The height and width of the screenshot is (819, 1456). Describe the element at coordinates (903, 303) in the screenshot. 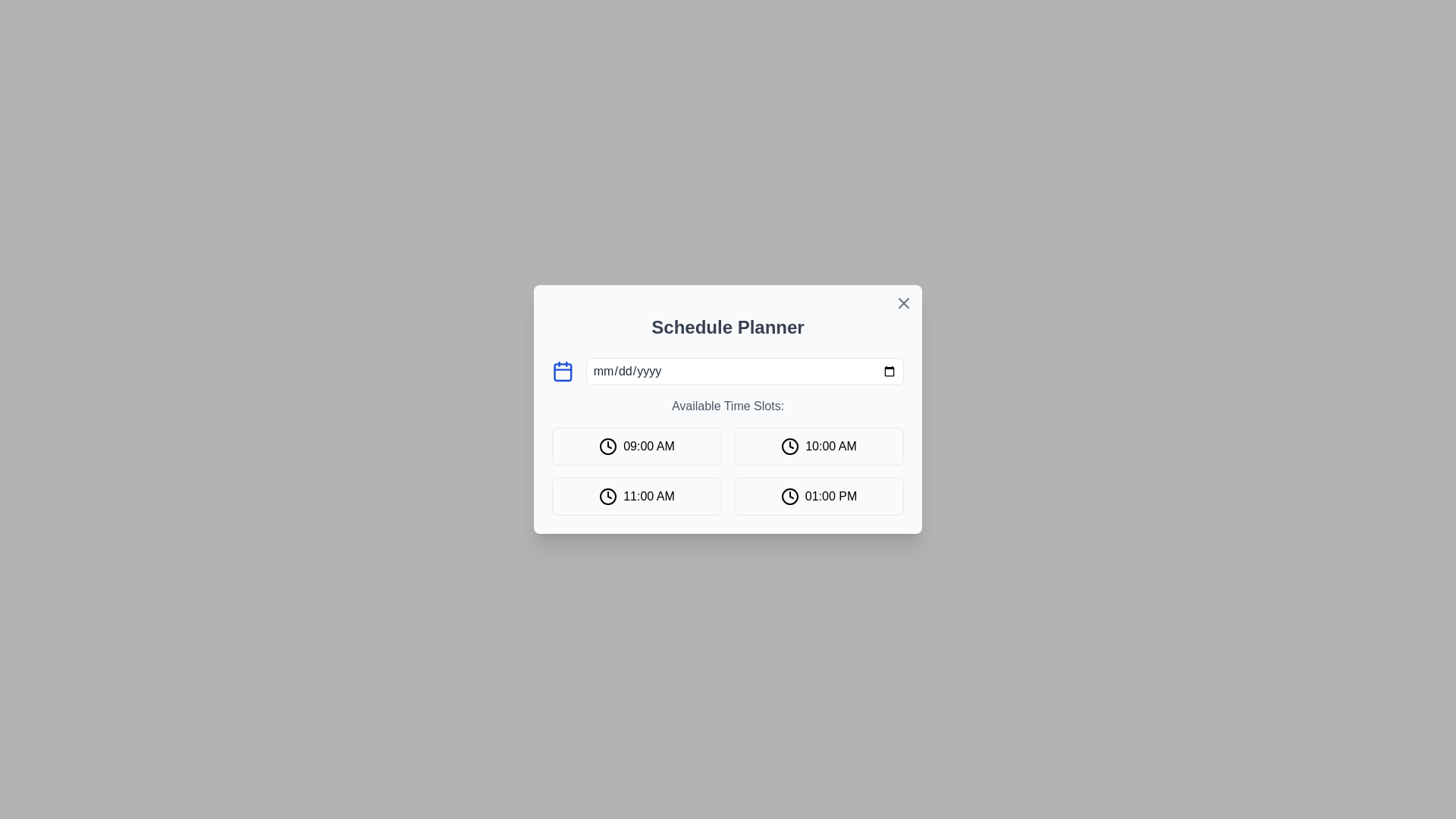

I see `the close button icon located in the top-right corner of the modal dialog to observe a color change` at that location.